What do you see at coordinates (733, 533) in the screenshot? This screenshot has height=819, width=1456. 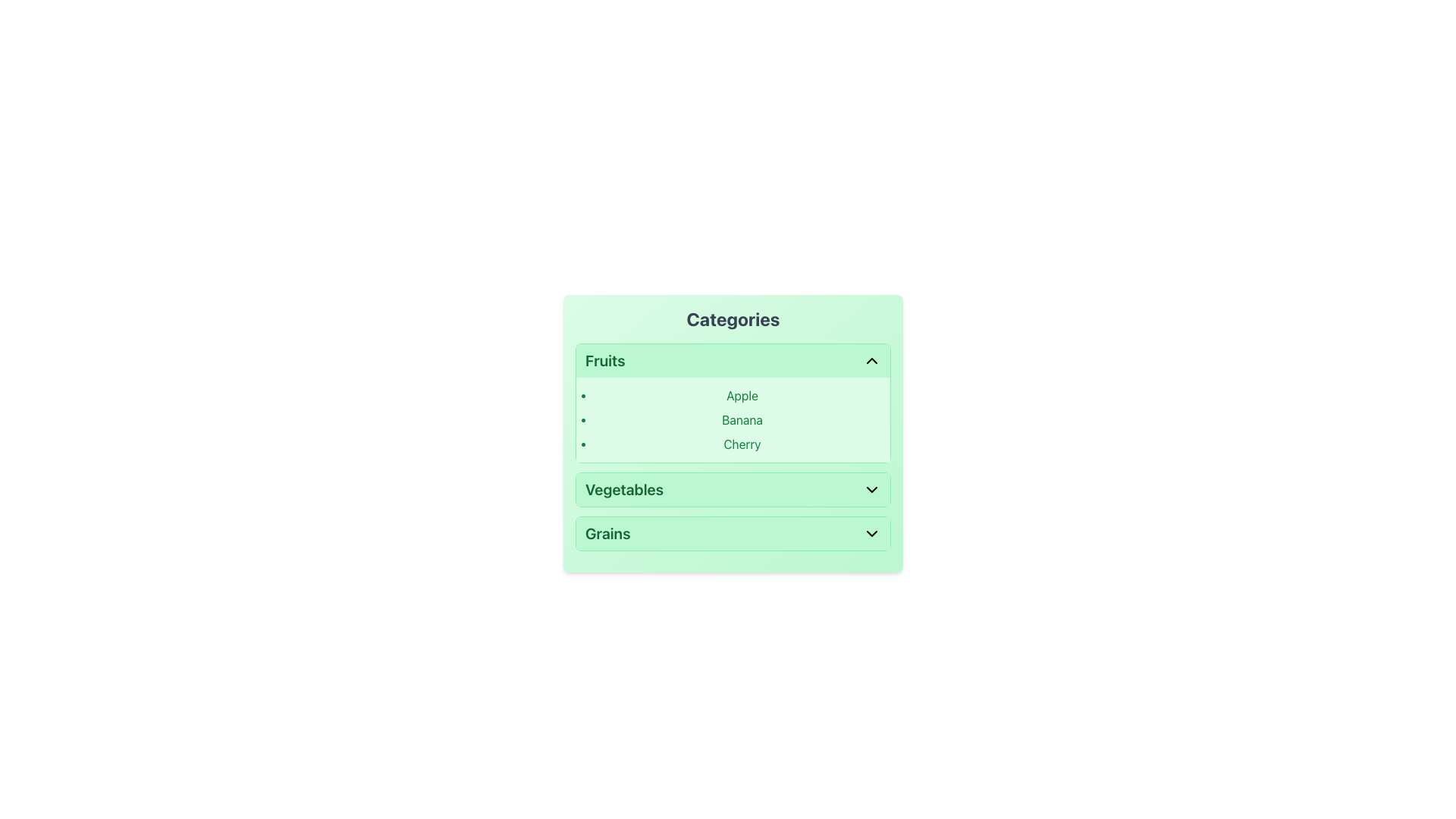 I see `the 'Grains' dropdown button, which is the third item in the 'Categories' list` at bounding box center [733, 533].